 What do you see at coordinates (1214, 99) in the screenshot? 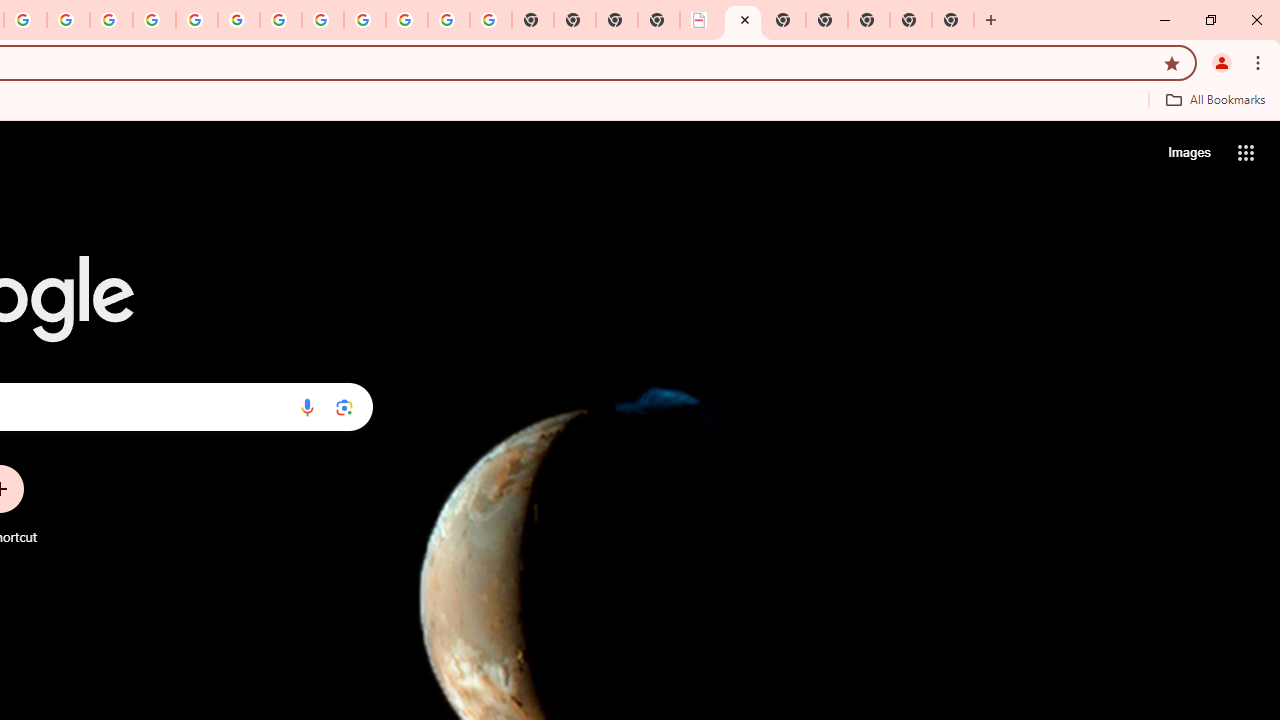
I see `'All Bookmarks'` at bounding box center [1214, 99].